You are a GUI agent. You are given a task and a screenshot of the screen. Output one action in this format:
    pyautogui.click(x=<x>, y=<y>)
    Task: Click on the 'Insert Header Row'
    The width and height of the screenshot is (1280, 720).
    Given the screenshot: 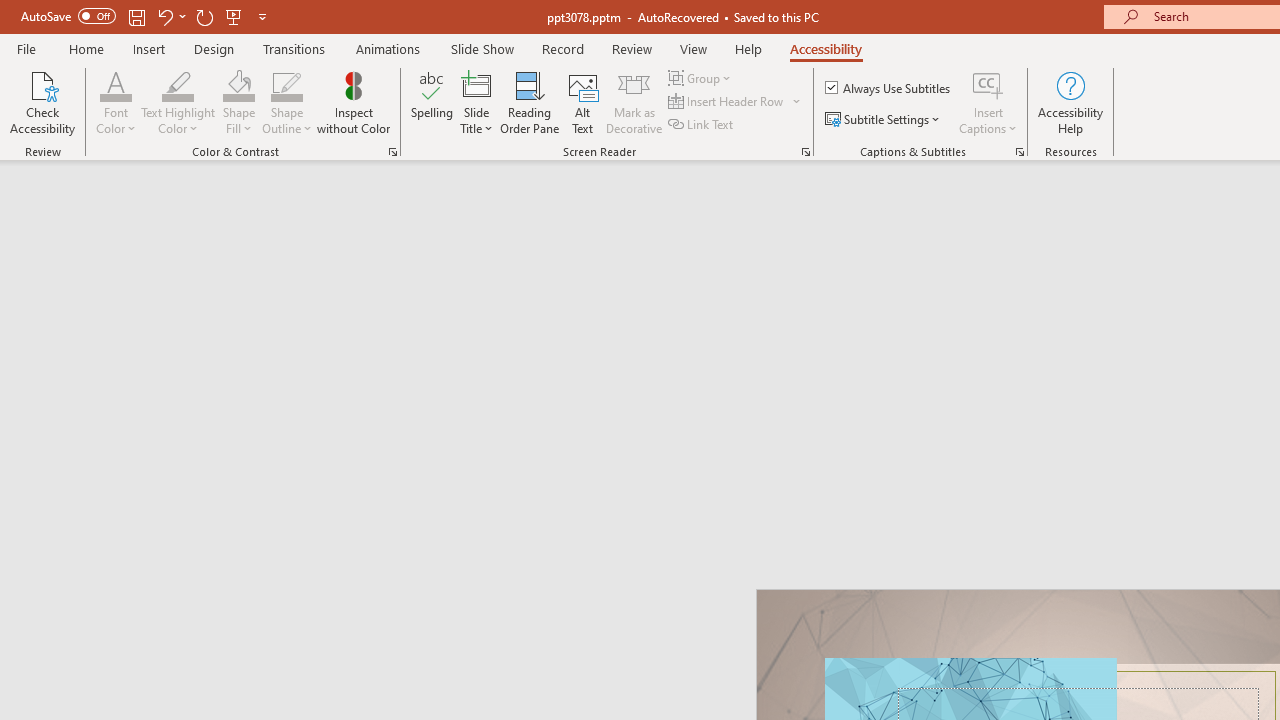 What is the action you would take?
    pyautogui.click(x=726, y=101)
    